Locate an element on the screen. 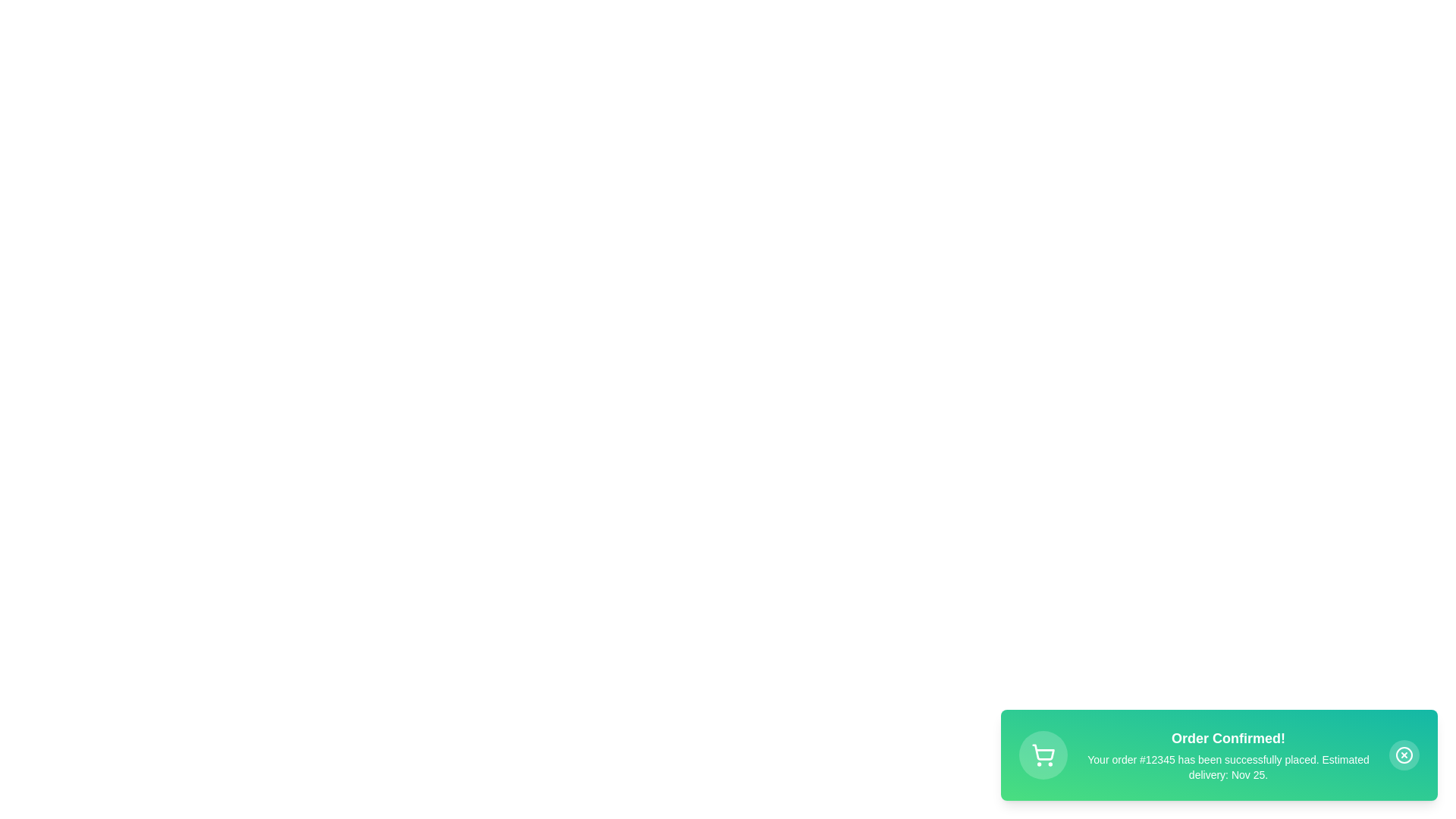  text content of the 'Order Confirmed!' notification, which displays order details on a green gradient background is located at coordinates (1228, 755).